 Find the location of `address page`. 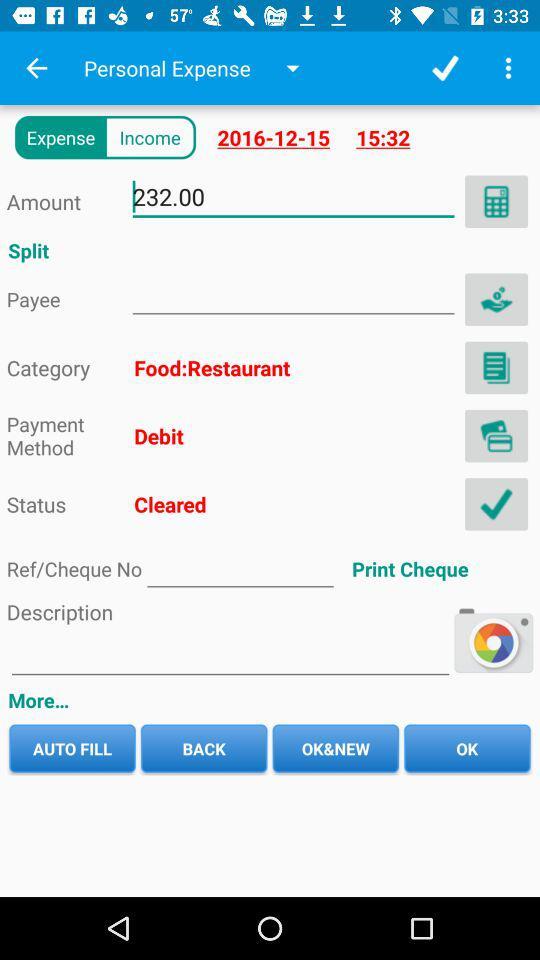

address page is located at coordinates (495, 436).